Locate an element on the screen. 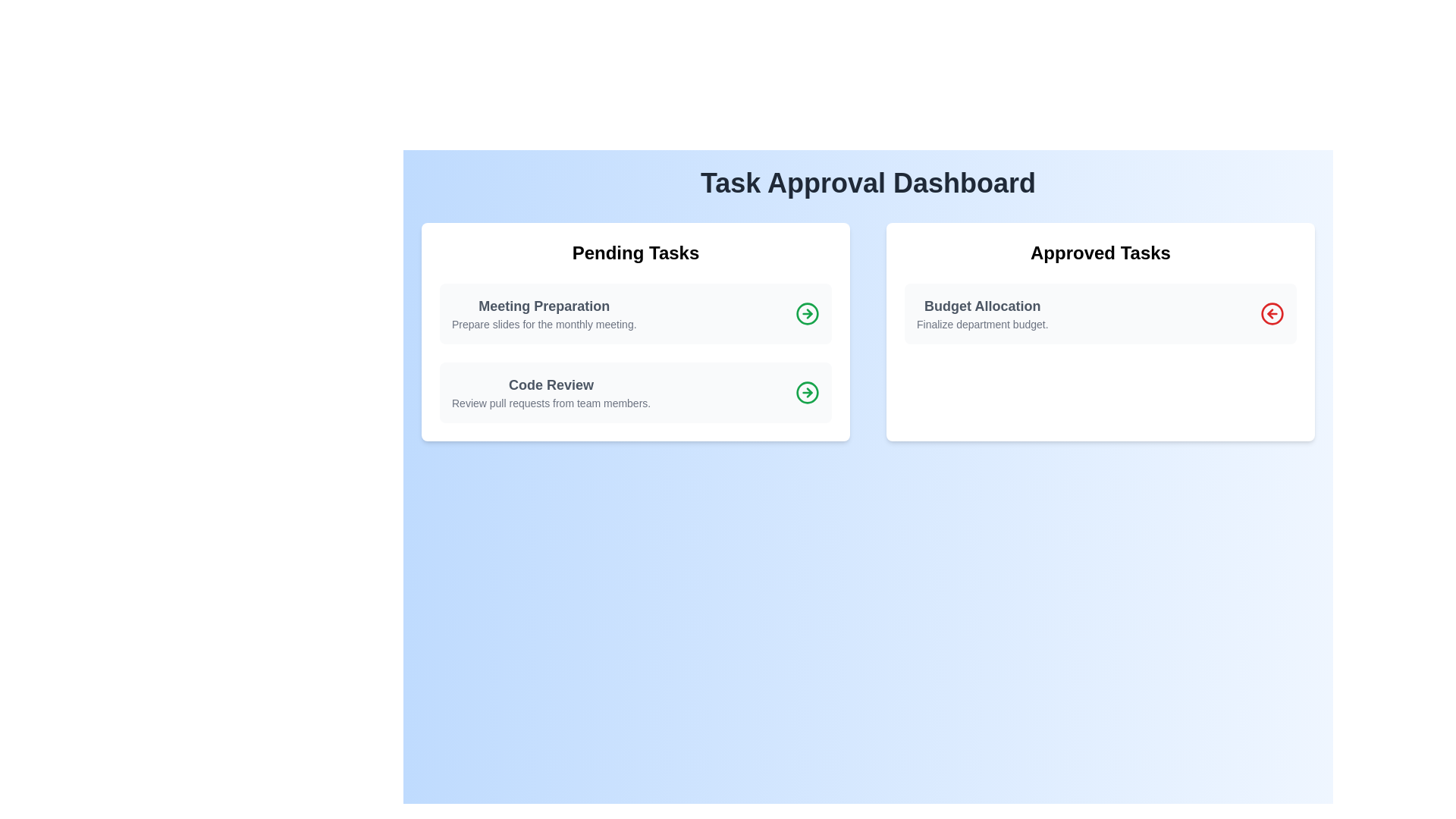  the button located at the far right side inside the list item for 'Meeting Preparation' in the 'Pending Tasks' section is located at coordinates (807, 312).